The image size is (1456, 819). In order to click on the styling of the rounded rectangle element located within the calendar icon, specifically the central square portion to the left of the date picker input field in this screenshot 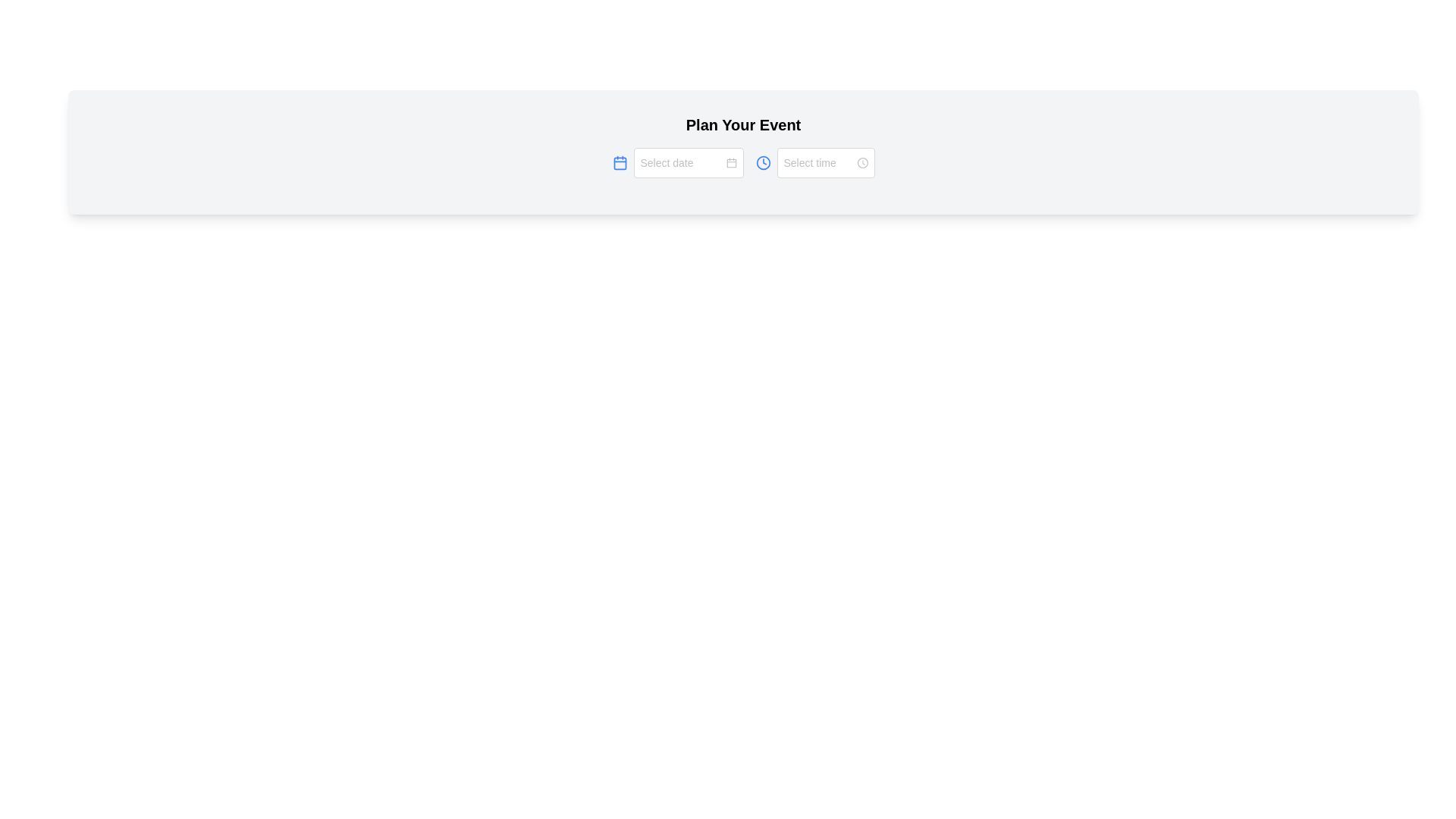, I will do `click(620, 163)`.